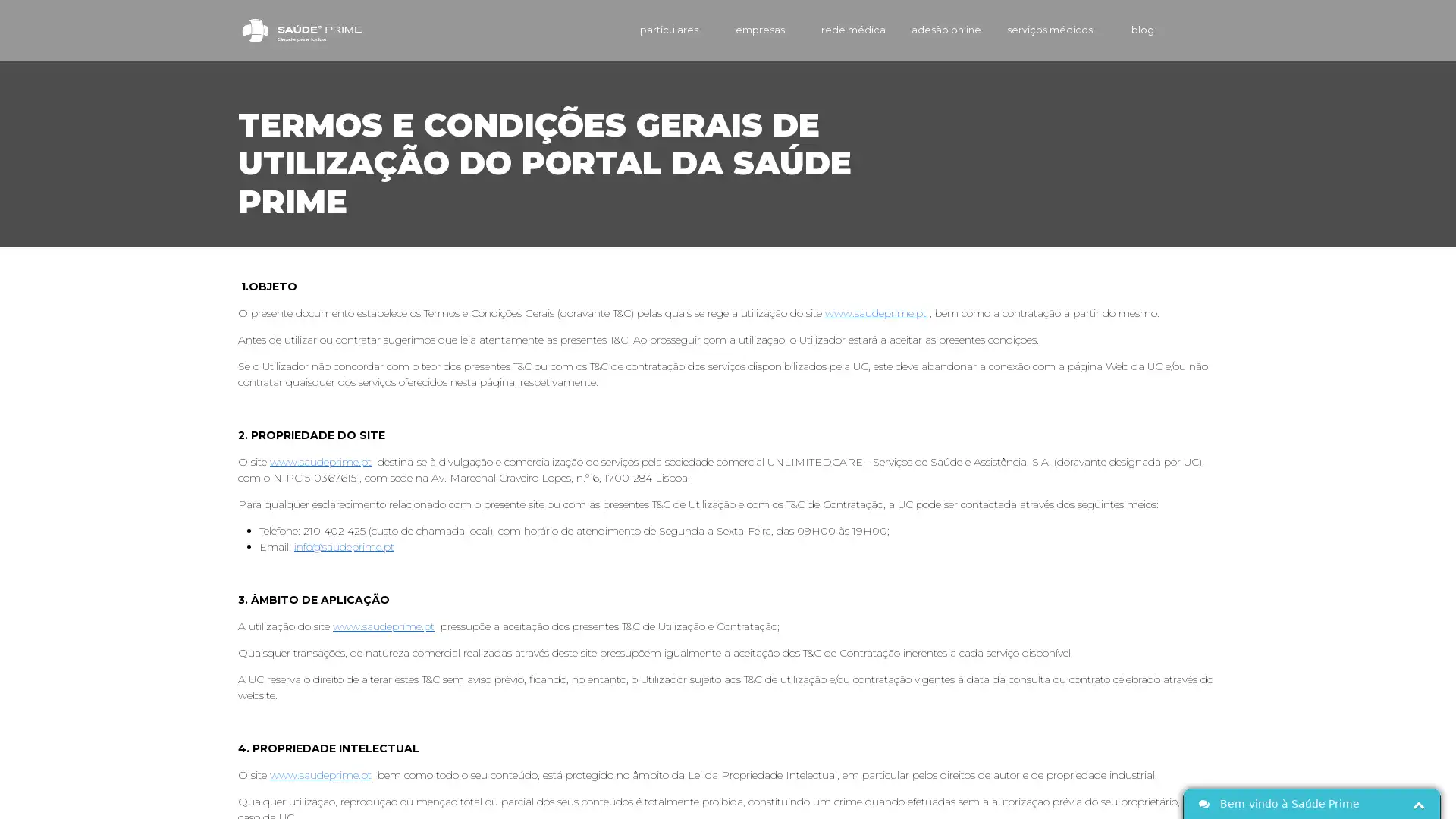 The height and width of the screenshot is (819, 1456). I want to click on Areas Privadas, so click(1197, 30).